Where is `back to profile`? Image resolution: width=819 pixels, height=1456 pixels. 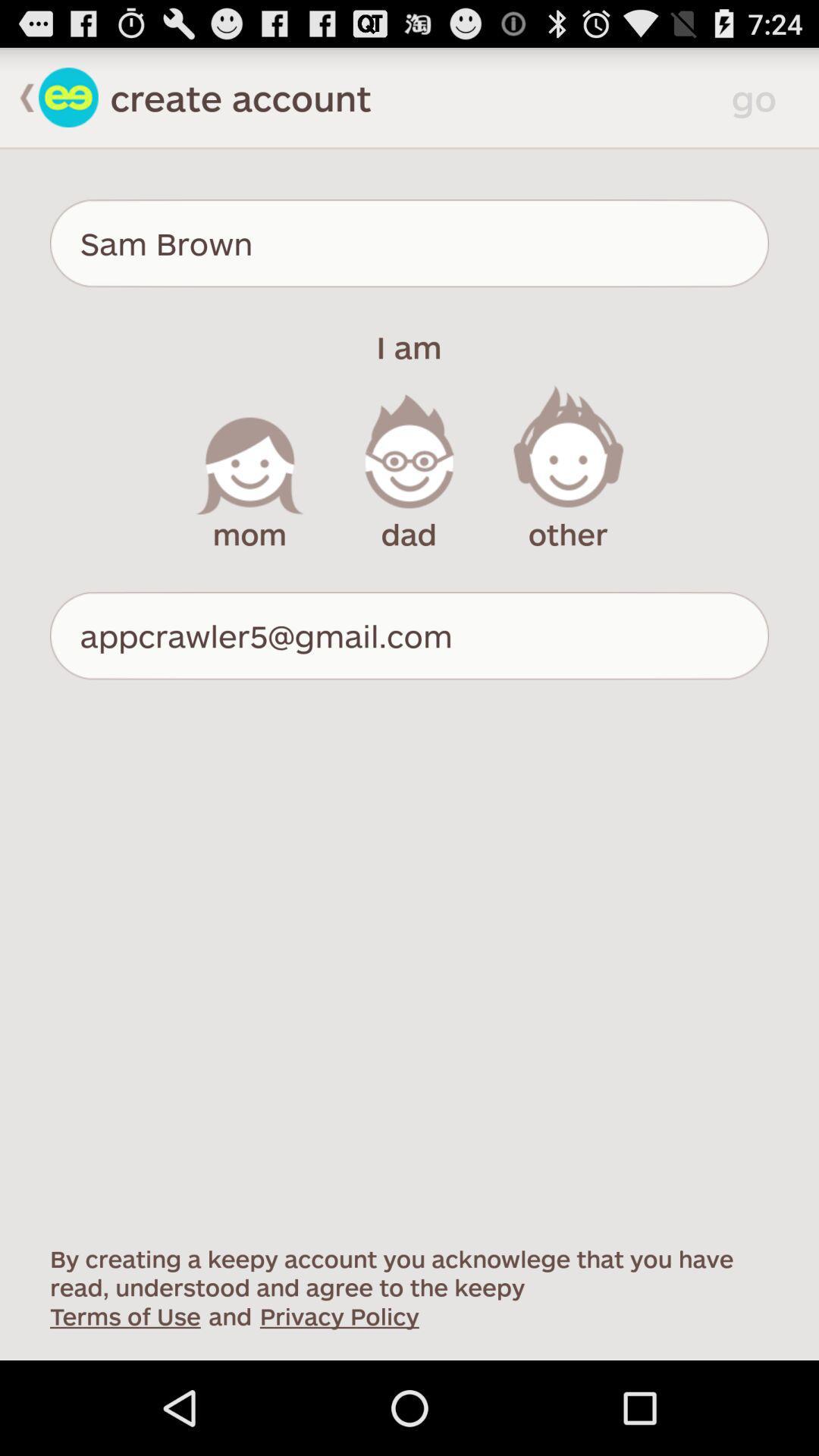
back to profile is located at coordinates (68, 96).